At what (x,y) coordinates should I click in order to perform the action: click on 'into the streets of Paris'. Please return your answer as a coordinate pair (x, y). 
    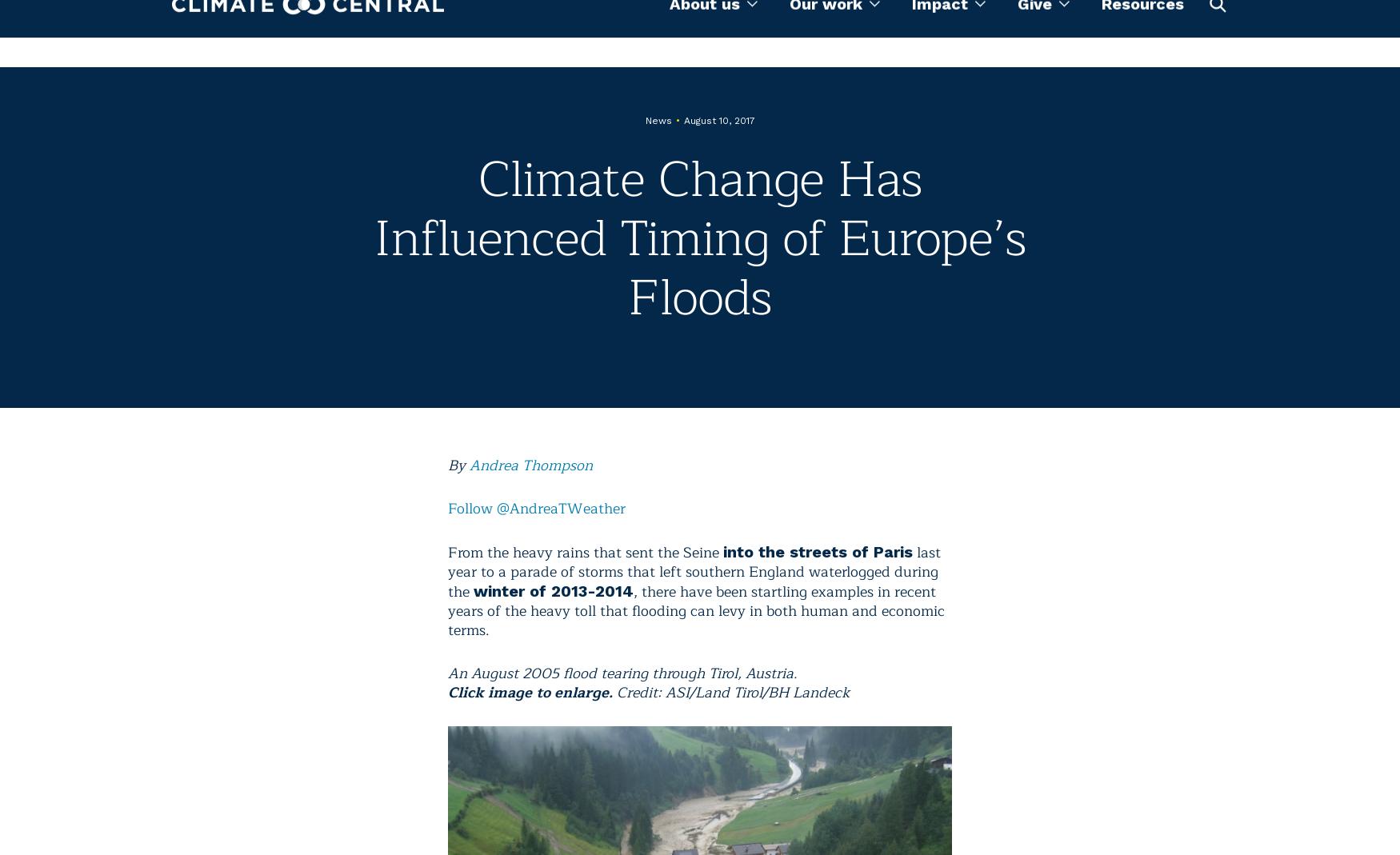
    Looking at the image, I should click on (722, 551).